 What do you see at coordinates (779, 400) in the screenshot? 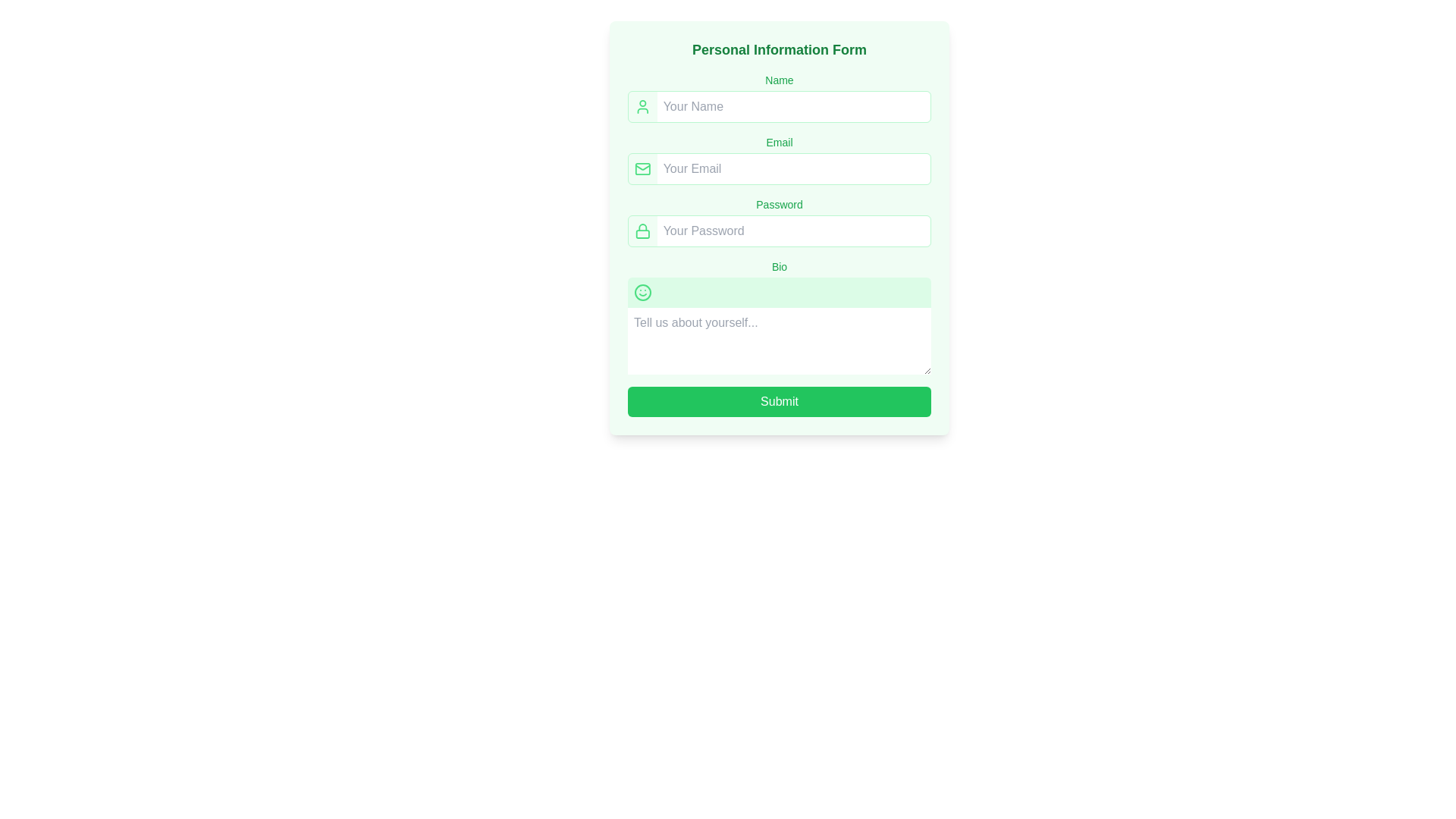
I see `the submit button located at the bottom of the form, directly below the 'Bio' text input field` at bounding box center [779, 400].